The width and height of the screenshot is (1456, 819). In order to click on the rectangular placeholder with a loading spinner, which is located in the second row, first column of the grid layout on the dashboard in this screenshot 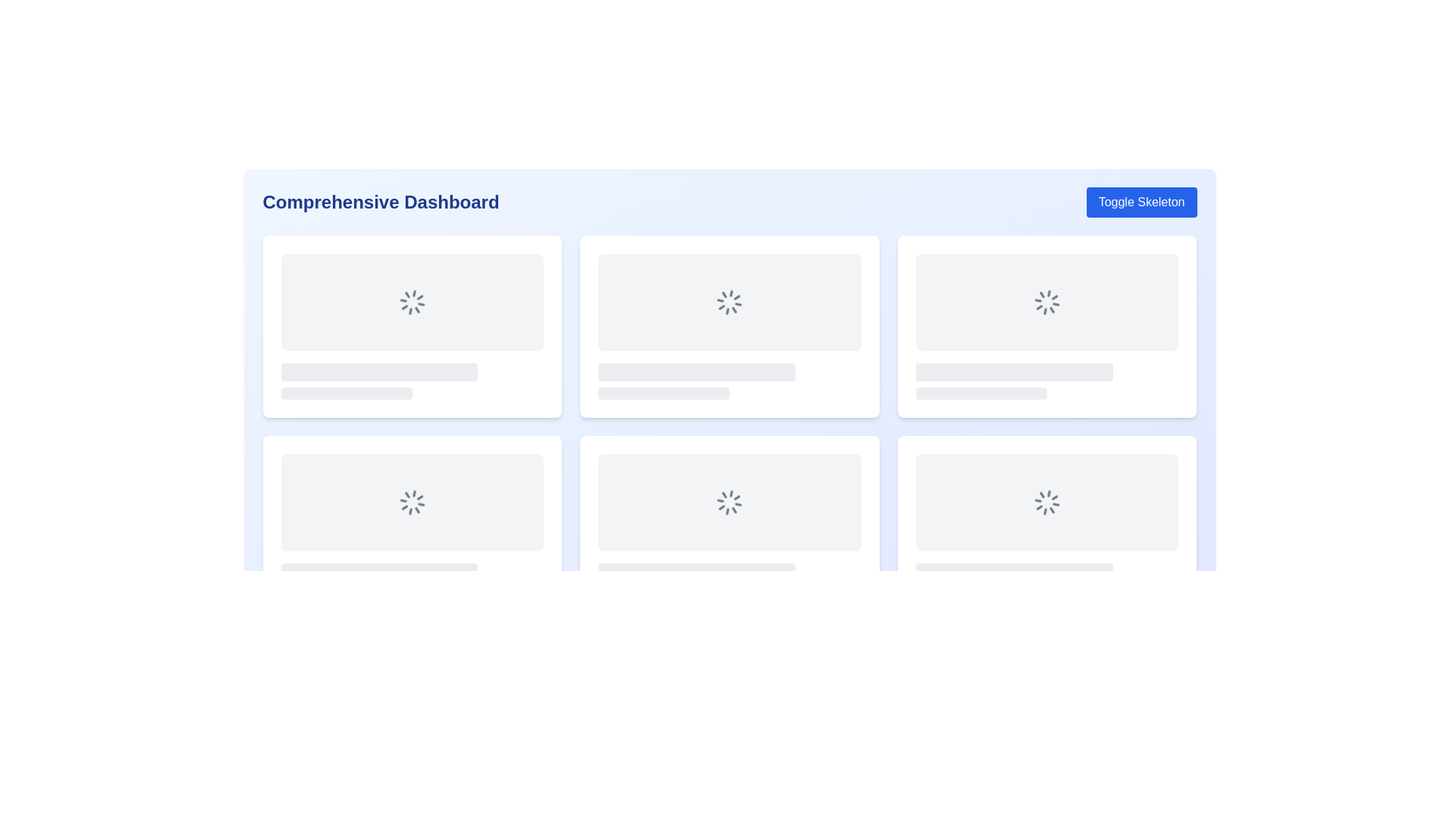, I will do `click(412, 503)`.